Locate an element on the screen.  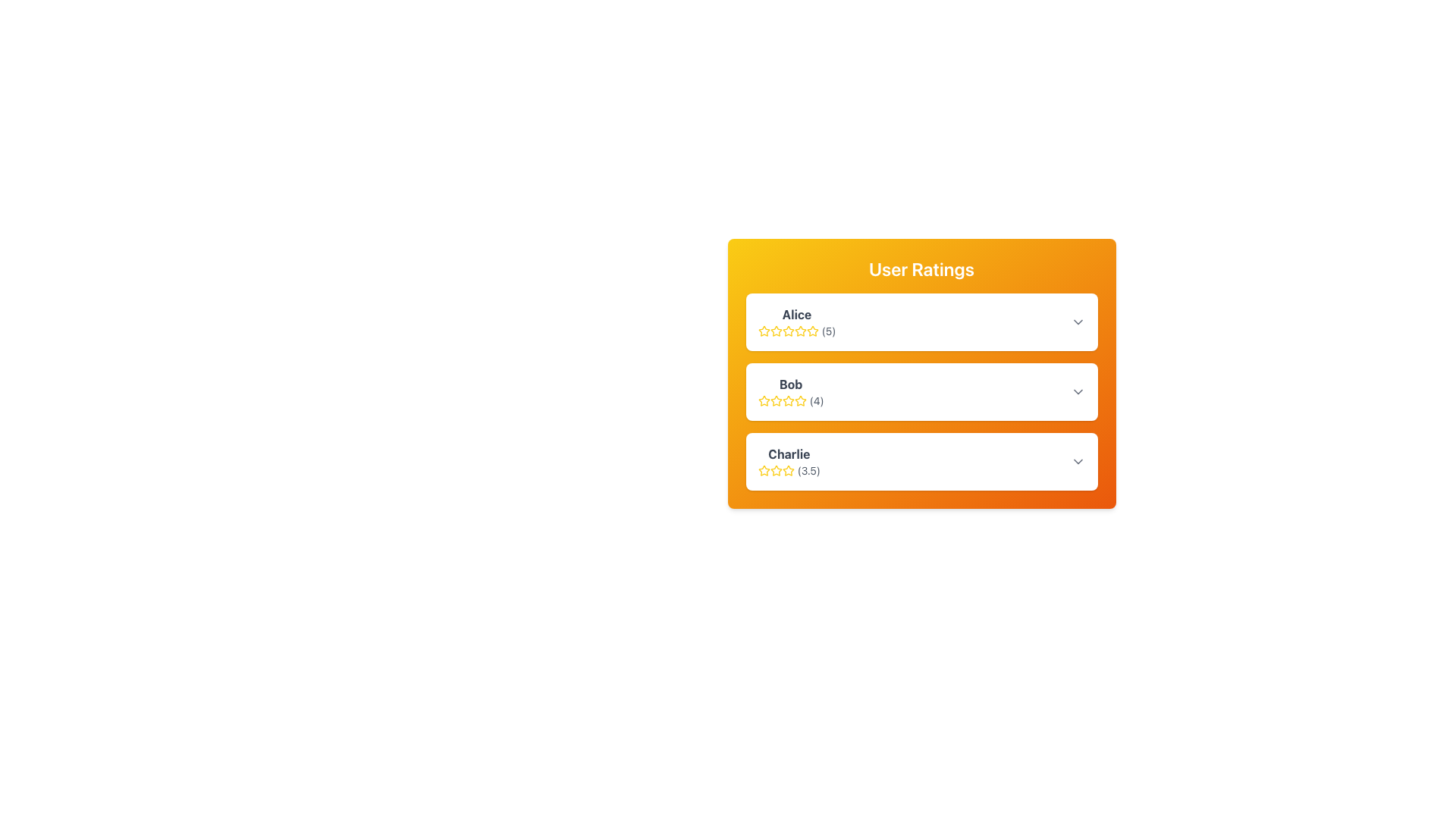
the text label displaying the rating score for user 'Bob', which is located to the right of the star icons in the user ratings list is located at coordinates (816, 400).